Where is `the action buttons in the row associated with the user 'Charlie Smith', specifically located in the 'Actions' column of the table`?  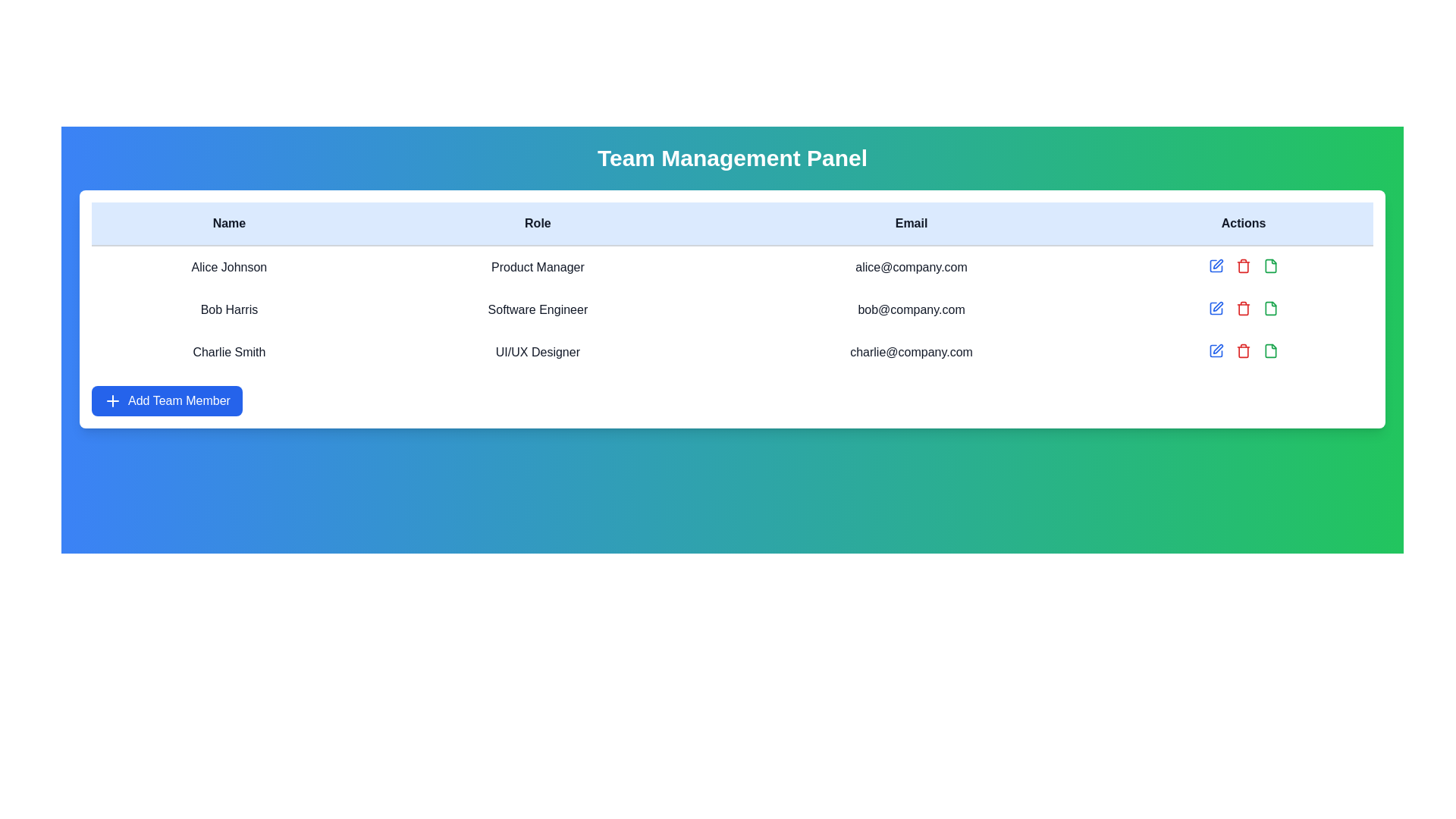
the action buttons in the row associated with the user 'Charlie Smith', specifically located in the 'Actions' column of the table is located at coordinates (1244, 350).